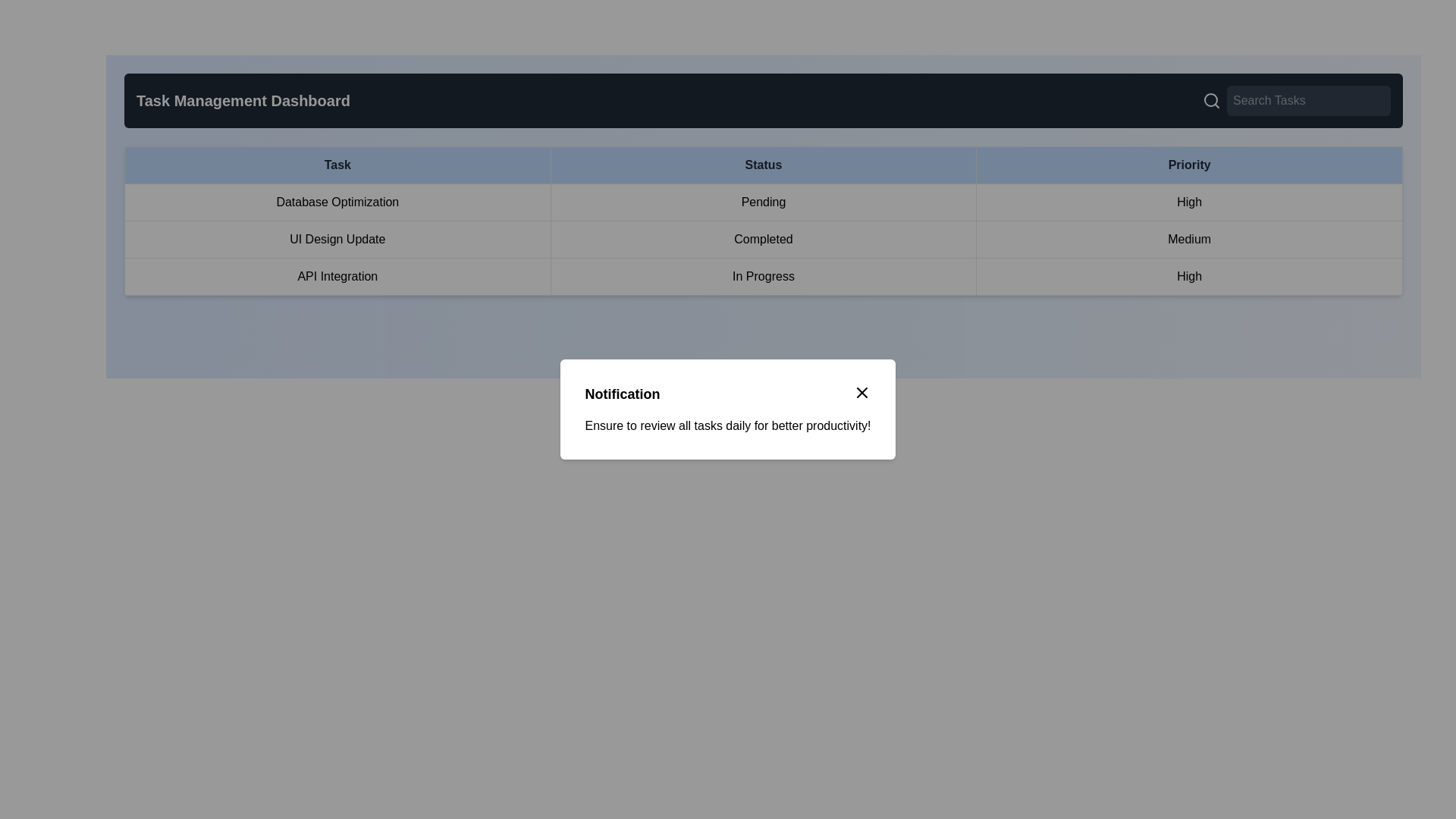  Describe the element at coordinates (622, 394) in the screenshot. I see `the 'Notification' label, which is a bold, large text element located prominently inside a notification popup, aligned with an icon on the right side` at that location.